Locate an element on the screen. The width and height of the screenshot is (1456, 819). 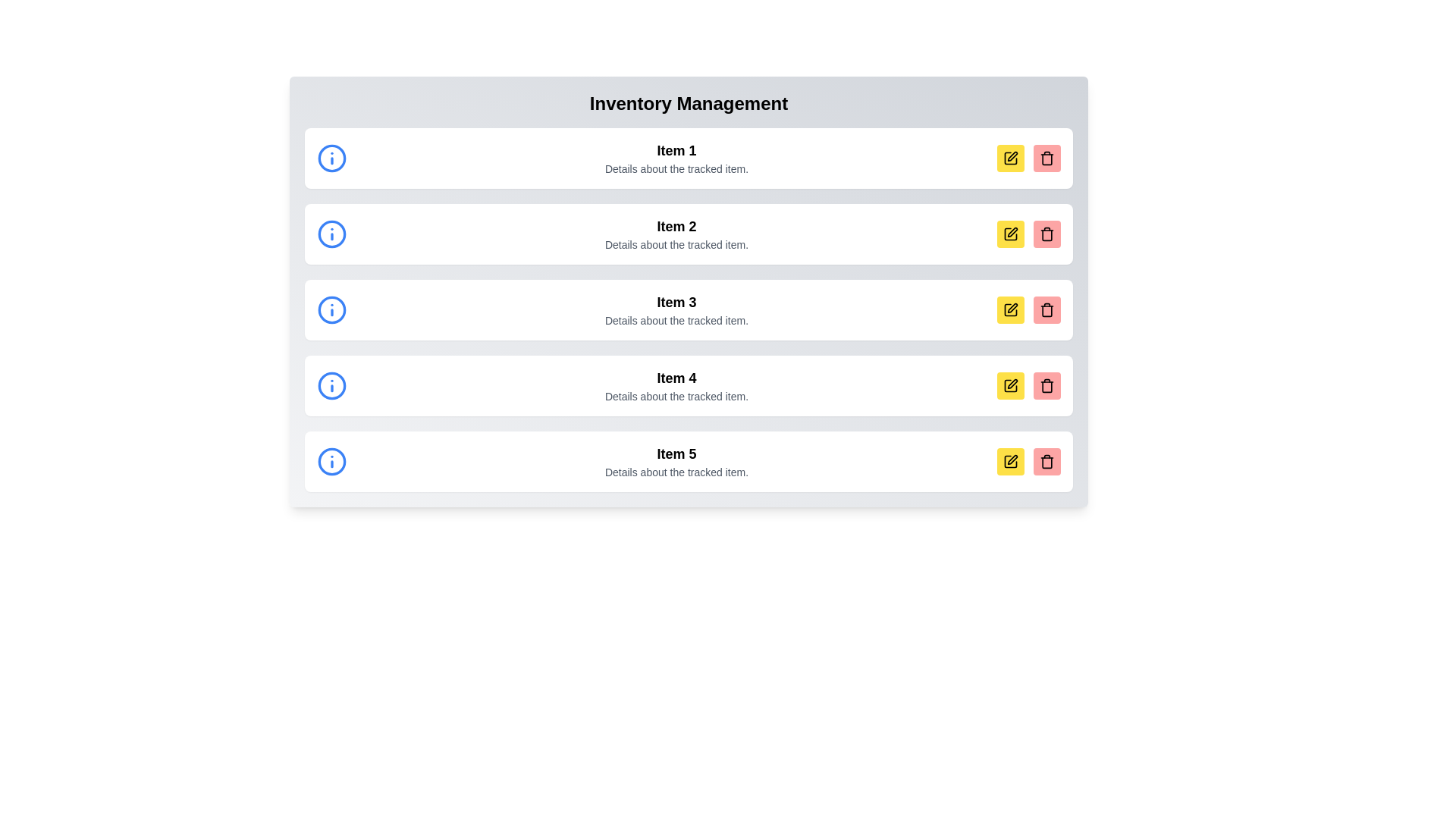
the delete icon located on the far-right side of the item's row in the 'Inventory Management' section is located at coordinates (1046, 158).